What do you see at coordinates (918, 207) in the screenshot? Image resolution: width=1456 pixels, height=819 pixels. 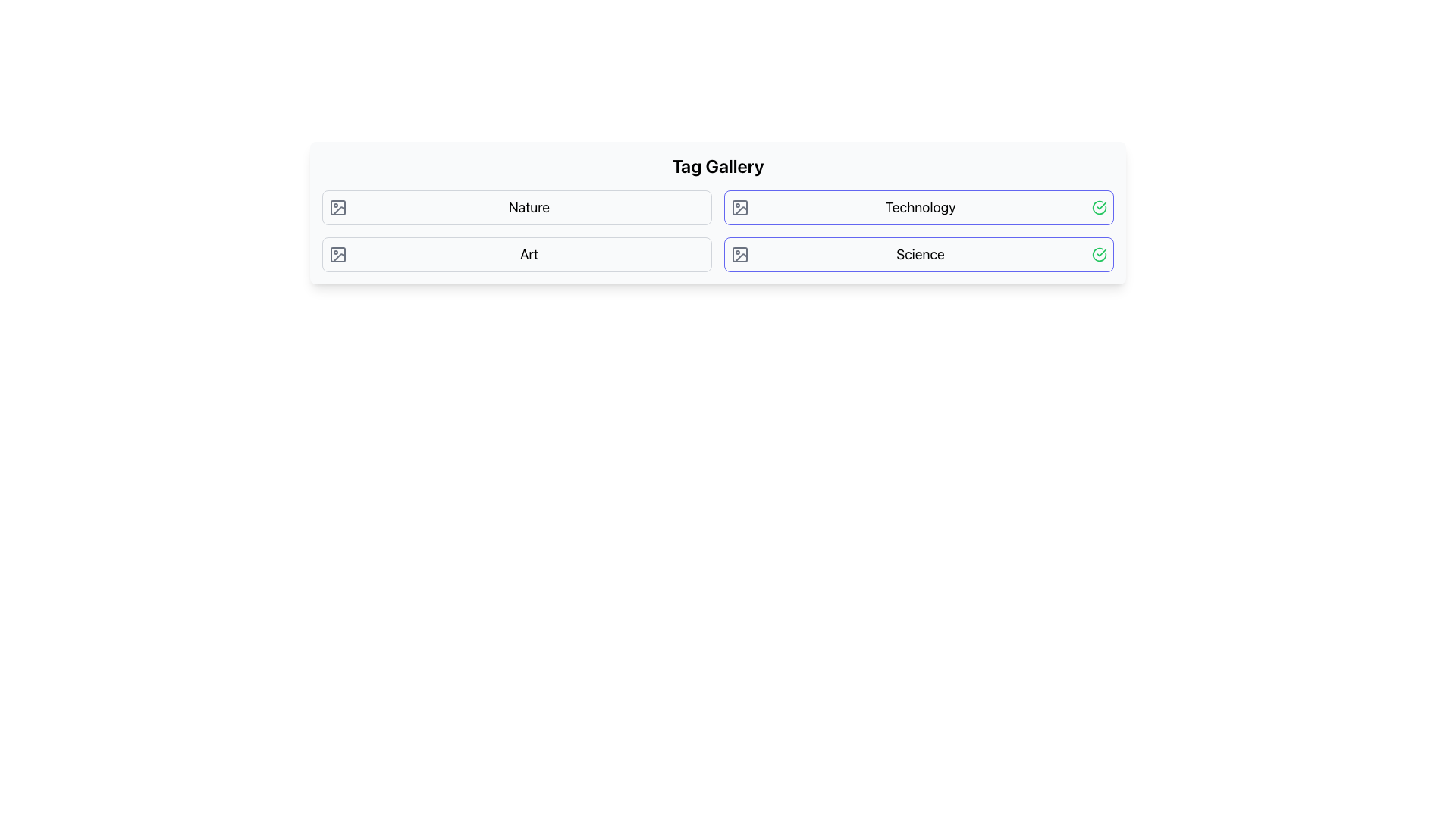 I see `the selectable item related to the 'Technology' category, located in the second column of the first row of a grid layout` at bounding box center [918, 207].